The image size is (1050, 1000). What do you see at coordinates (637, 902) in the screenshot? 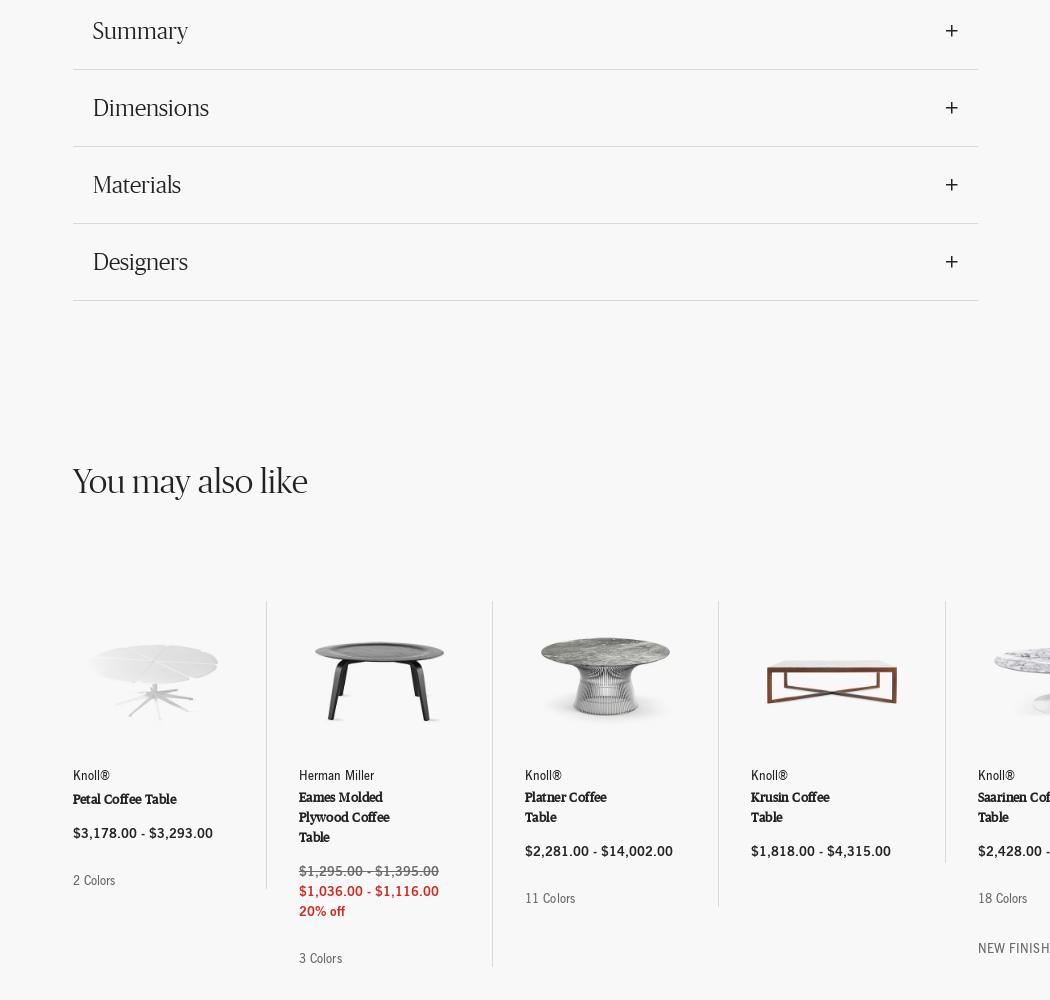
I see `'+ More Options'` at bounding box center [637, 902].